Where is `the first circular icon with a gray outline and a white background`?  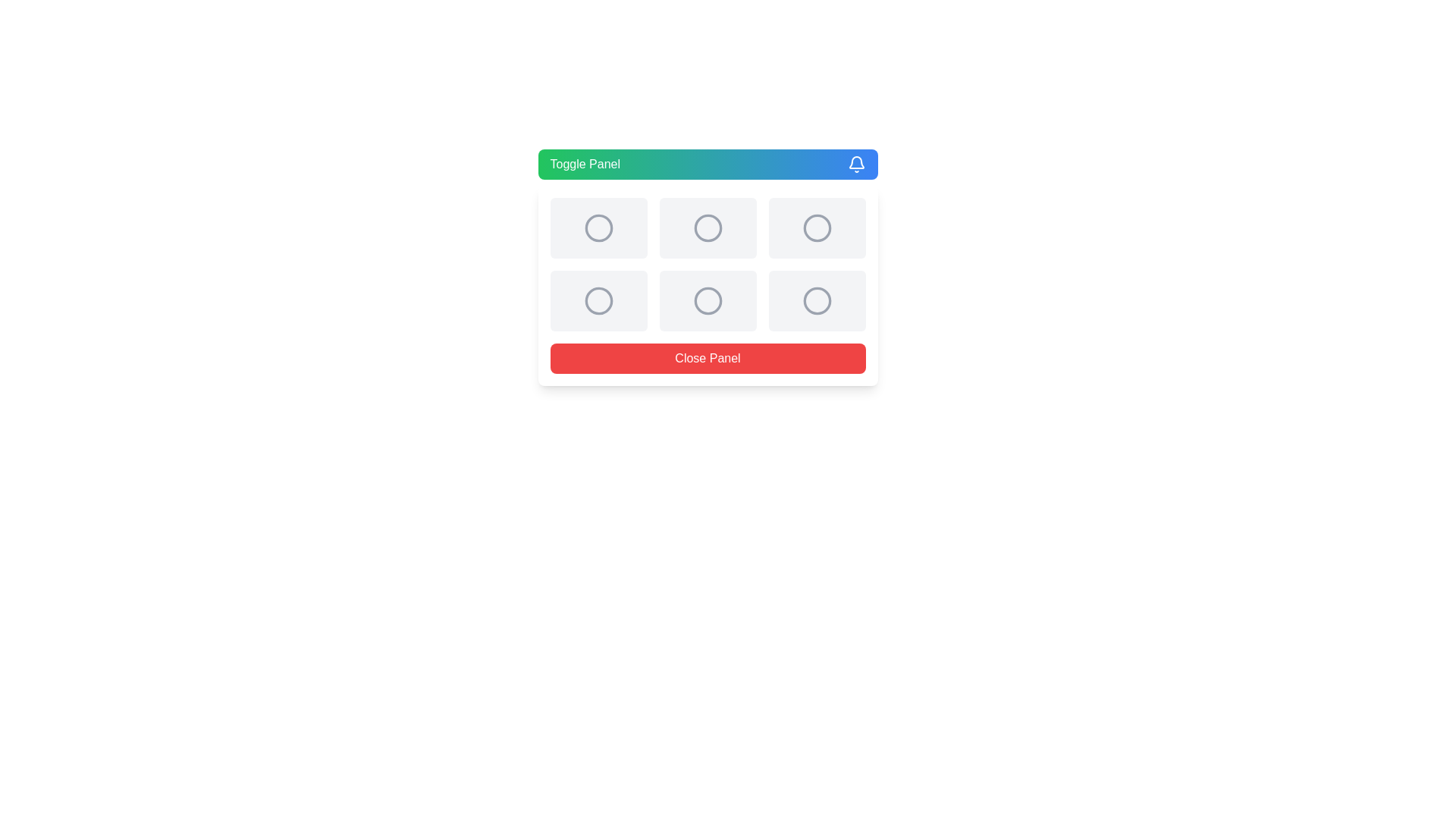 the first circular icon with a gray outline and a white background is located at coordinates (598, 227).